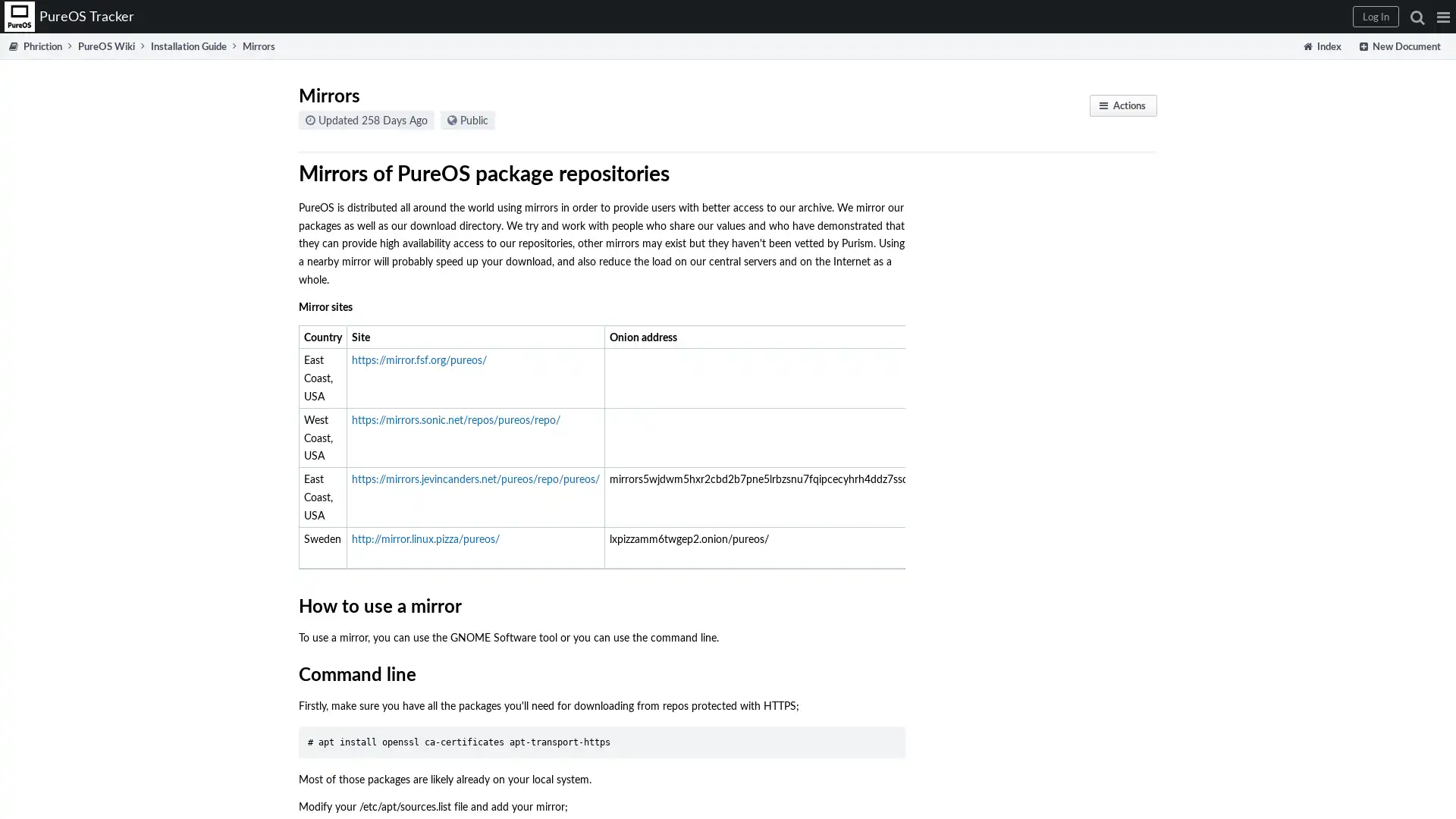 This screenshot has height=819, width=1456. I want to click on Actions, so click(1123, 105).